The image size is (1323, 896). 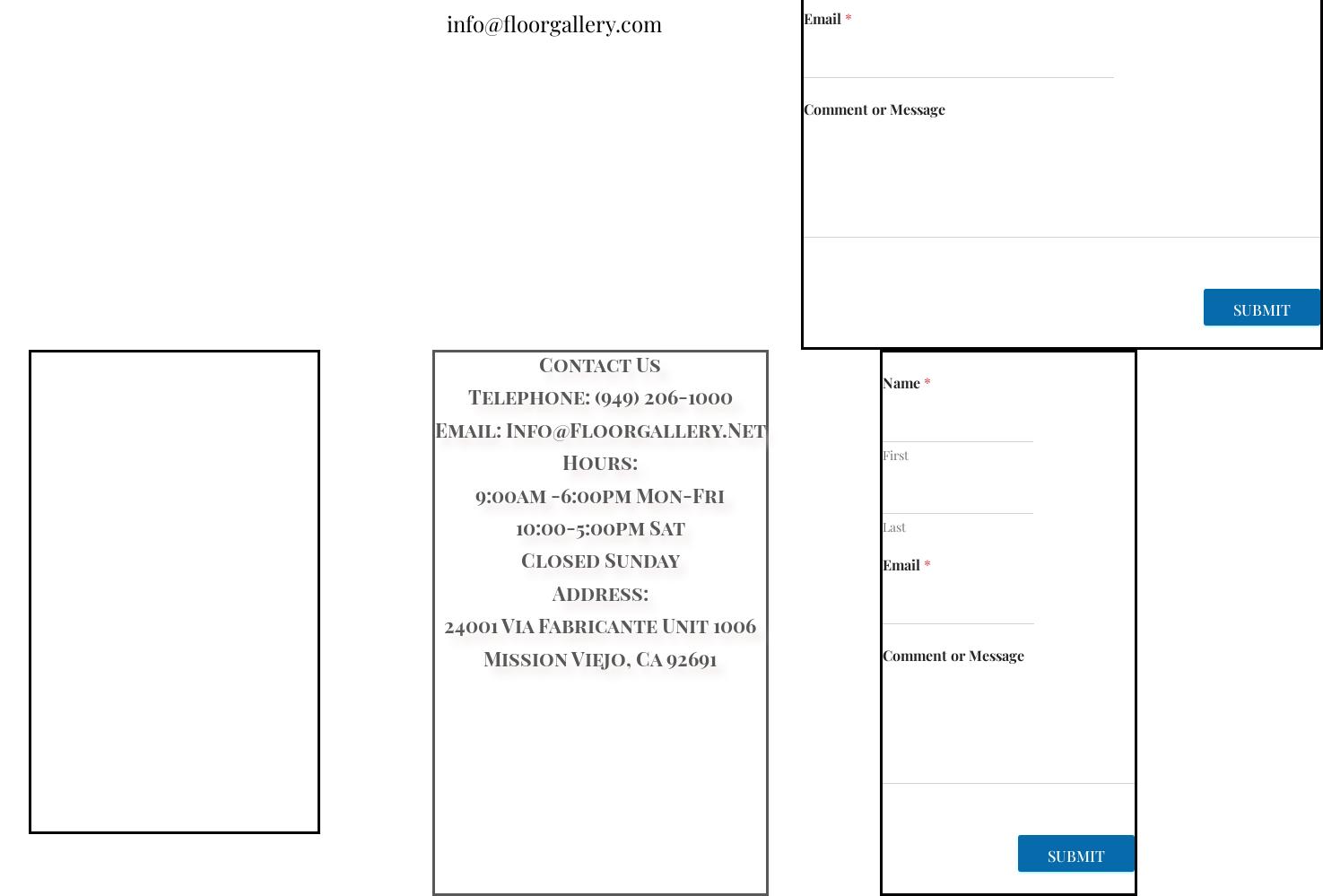 I want to click on 'Closed Sunday', so click(x=599, y=558).